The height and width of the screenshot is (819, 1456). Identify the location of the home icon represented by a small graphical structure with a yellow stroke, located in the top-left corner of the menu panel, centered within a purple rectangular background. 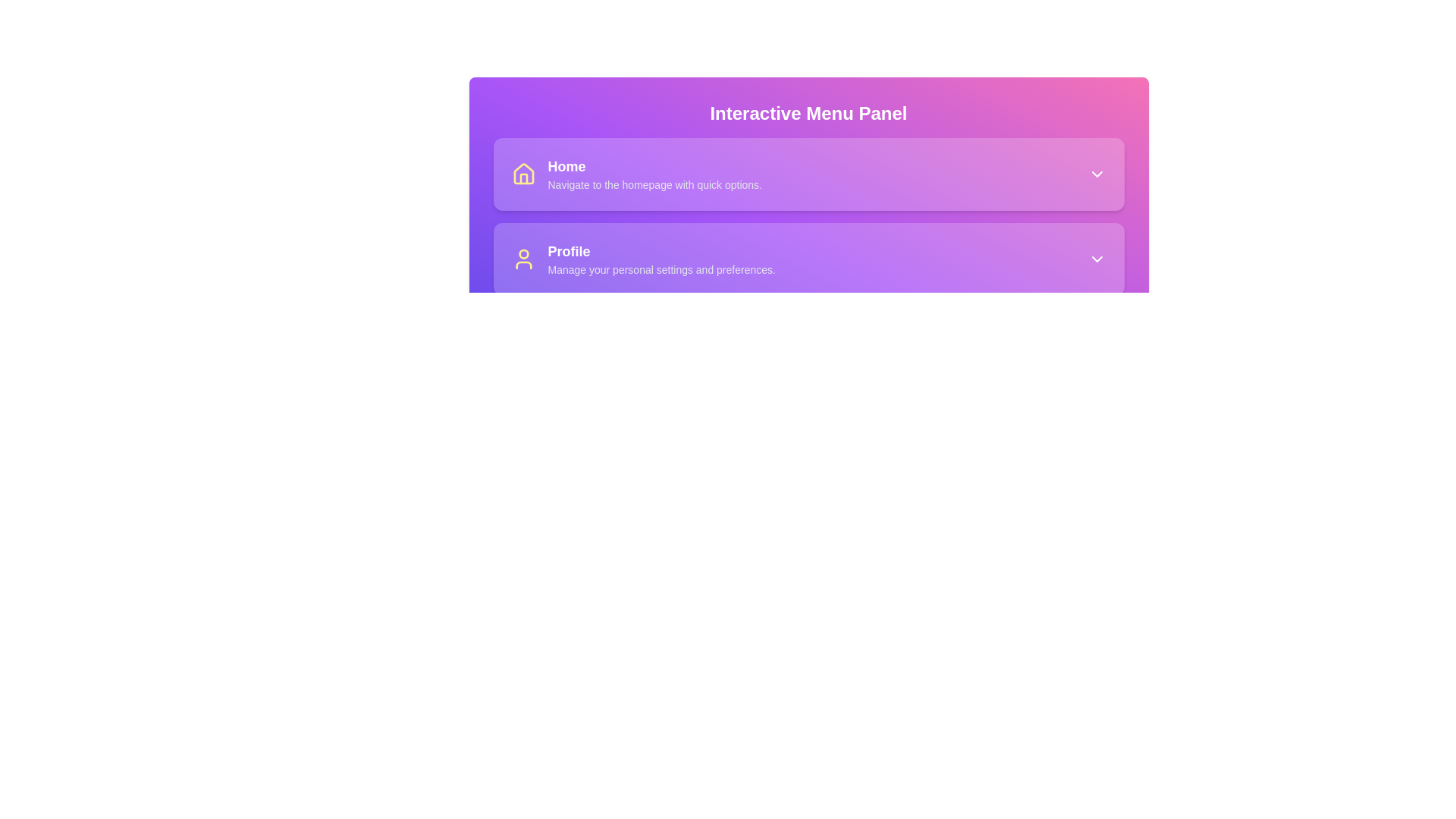
(523, 177).